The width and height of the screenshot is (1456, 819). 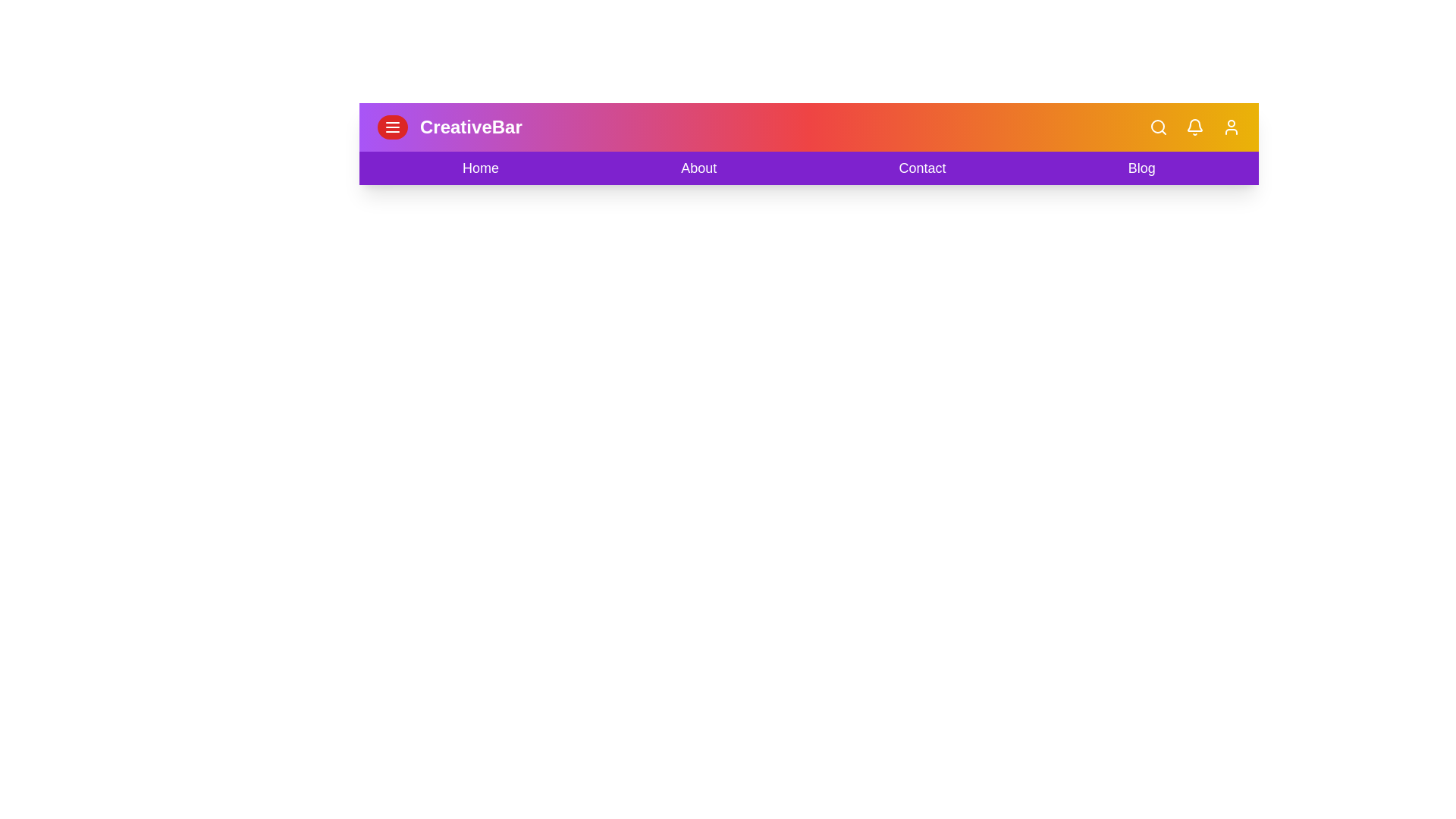 What do you see at coordinates (1231, 127) in the screenshot?
I see `the user icon to access user account options` at bounding box center [1231, 127].